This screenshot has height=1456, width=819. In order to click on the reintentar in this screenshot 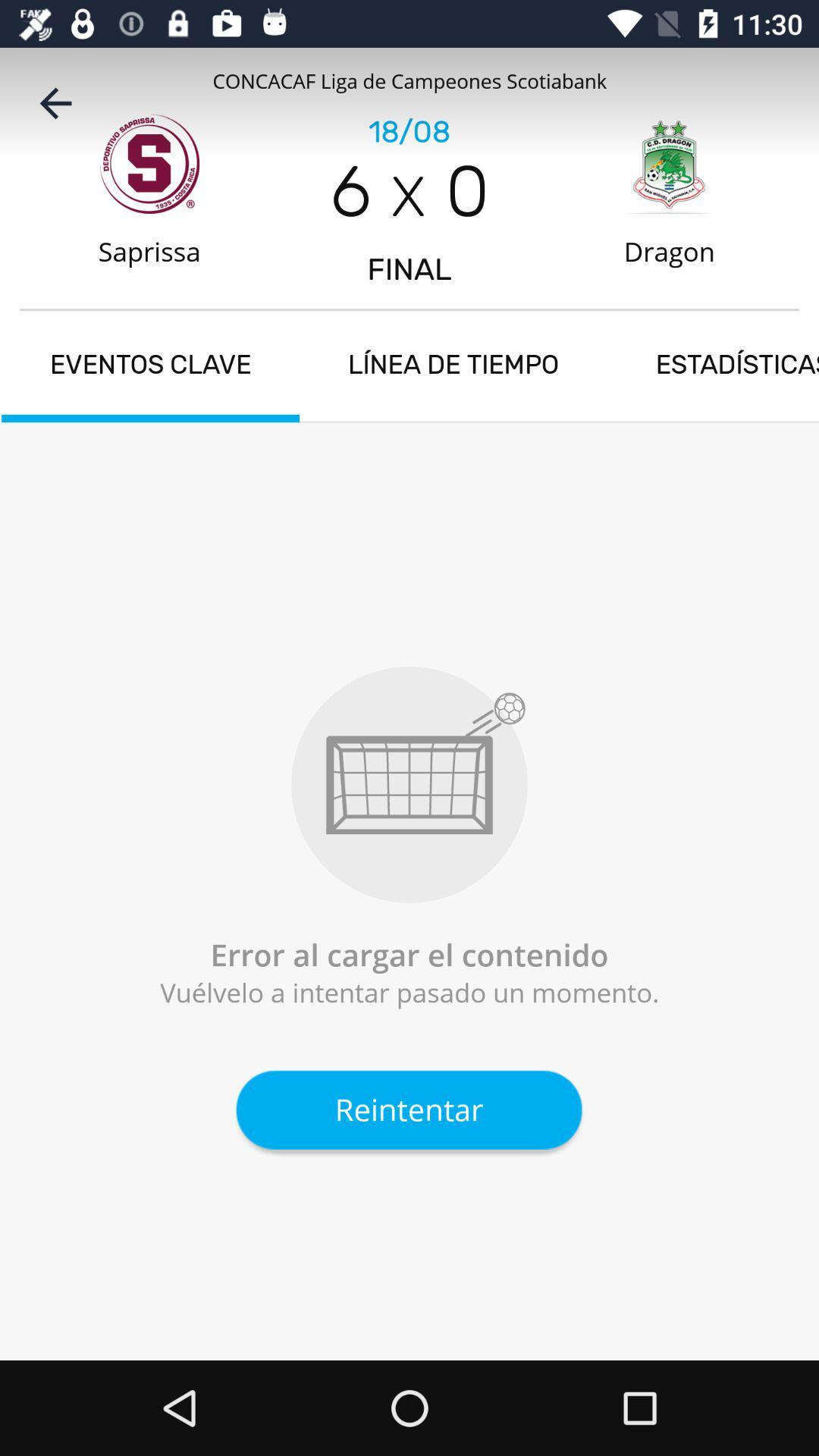, I will do `click(408, 1109)`.